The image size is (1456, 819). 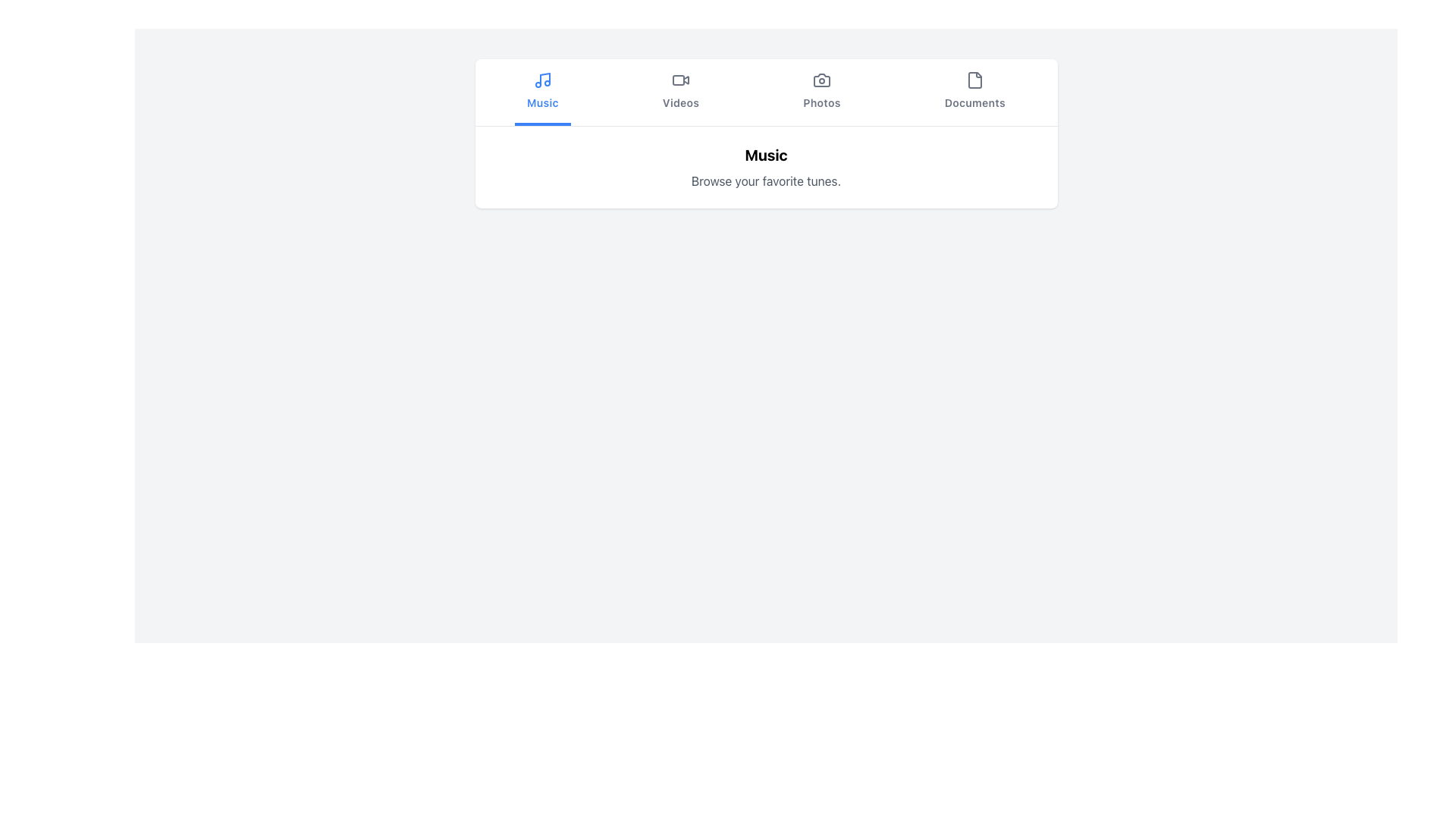 I want to click on the 'Photos' icon in the navigation bar, which is the third tab from the left, positioned between the 'Videos' and 'Documents' tabs, so click(x=821, y=80).